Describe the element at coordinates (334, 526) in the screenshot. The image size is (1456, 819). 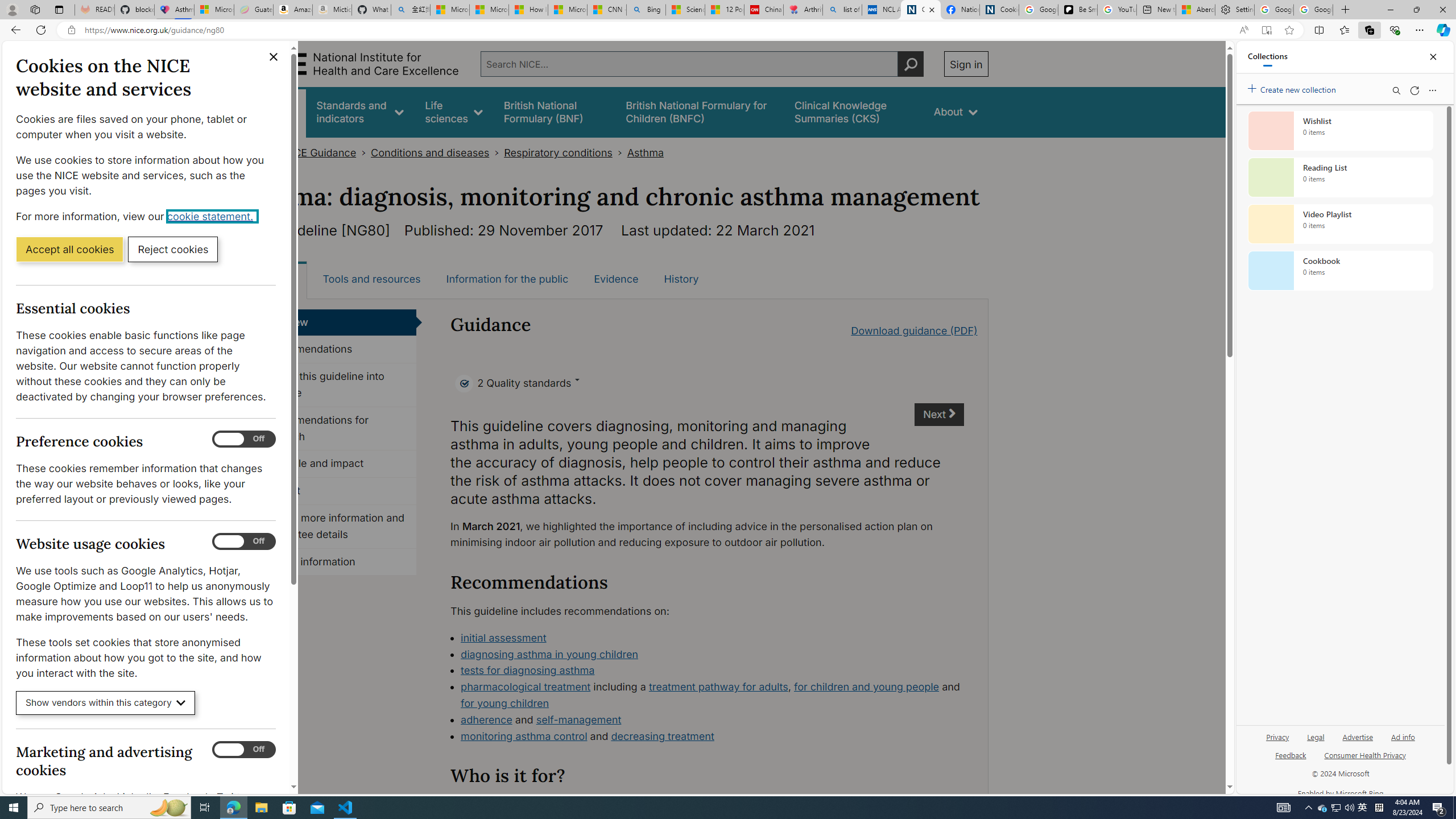
I see `'Finding more information and committee details'` at that location.